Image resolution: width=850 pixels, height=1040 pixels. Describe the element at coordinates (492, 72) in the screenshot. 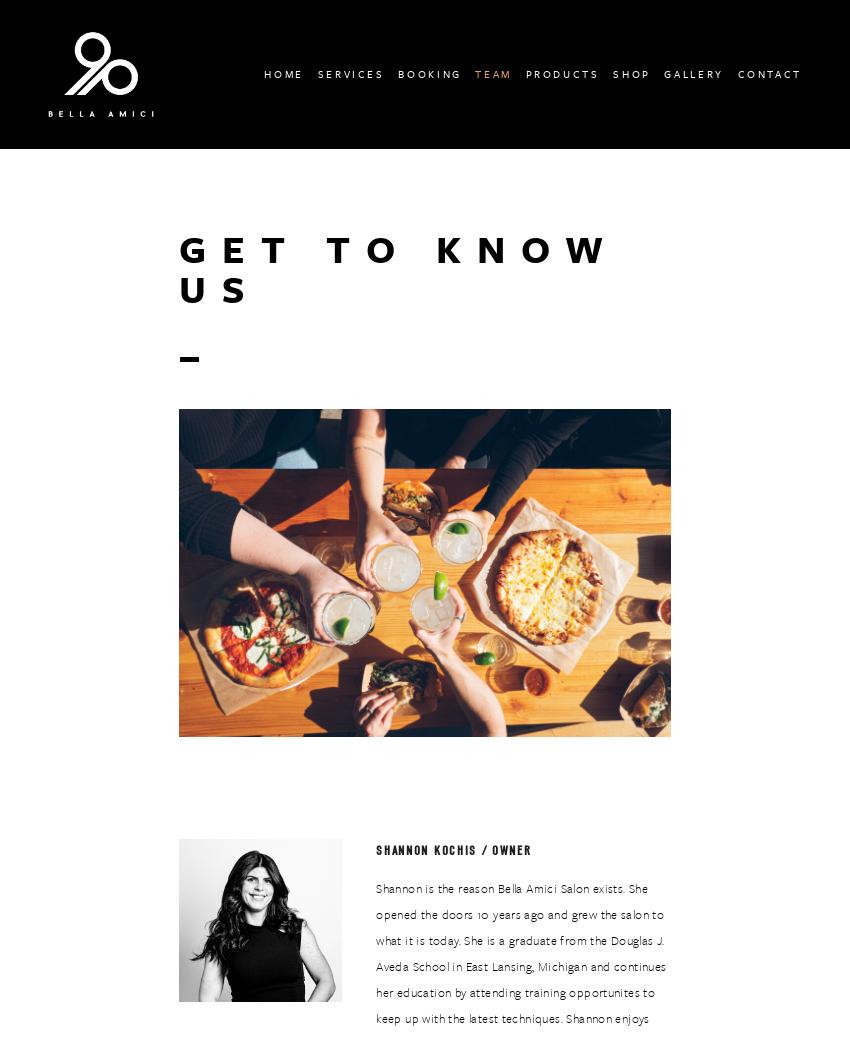

I see `'Team'` at that location.